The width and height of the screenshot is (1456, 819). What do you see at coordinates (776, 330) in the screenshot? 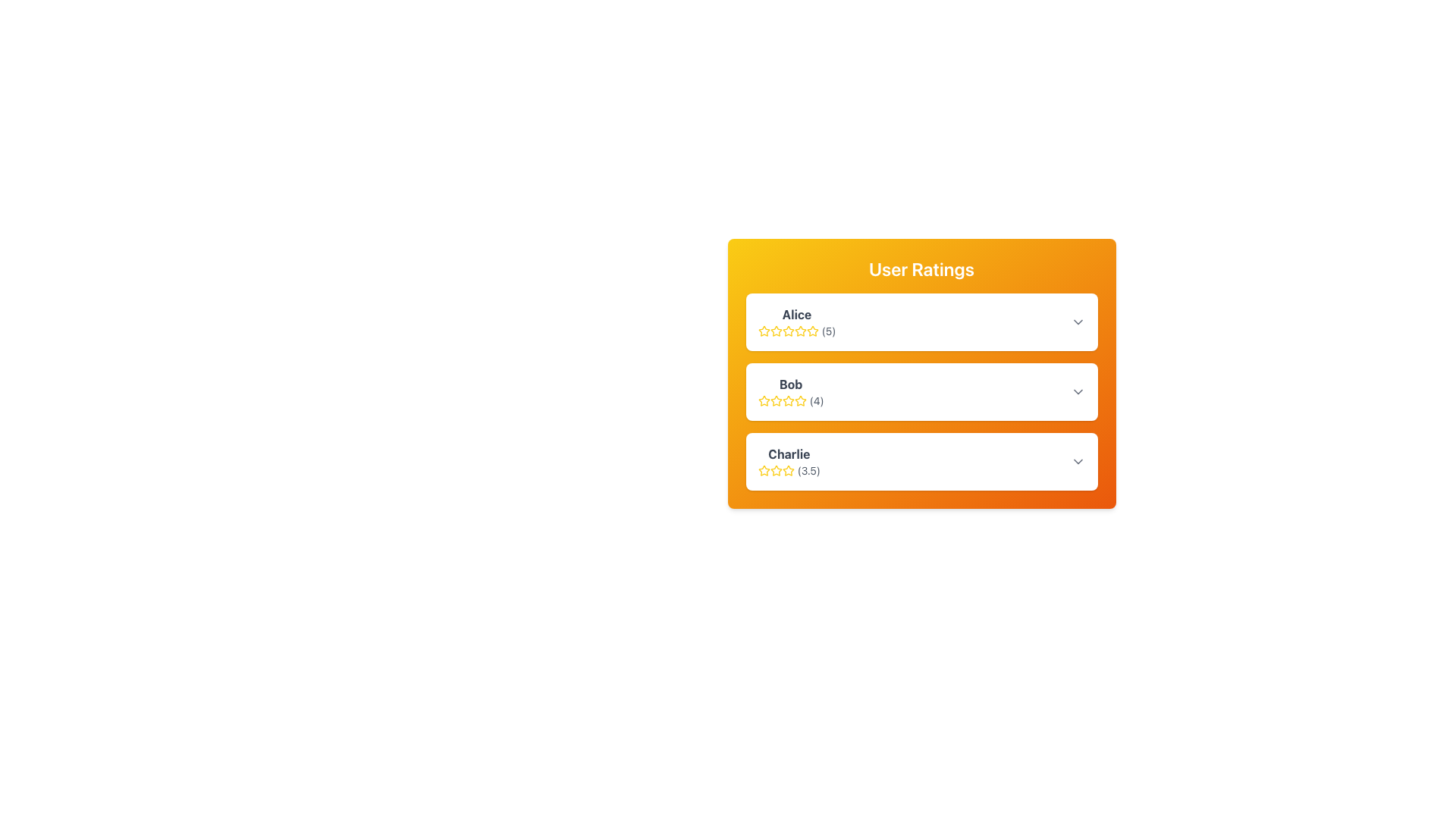
I see `the appearance of the third star icon in the User Ratings component for user Alice, which visually represents a rating value` at bounding box center [776, 330].